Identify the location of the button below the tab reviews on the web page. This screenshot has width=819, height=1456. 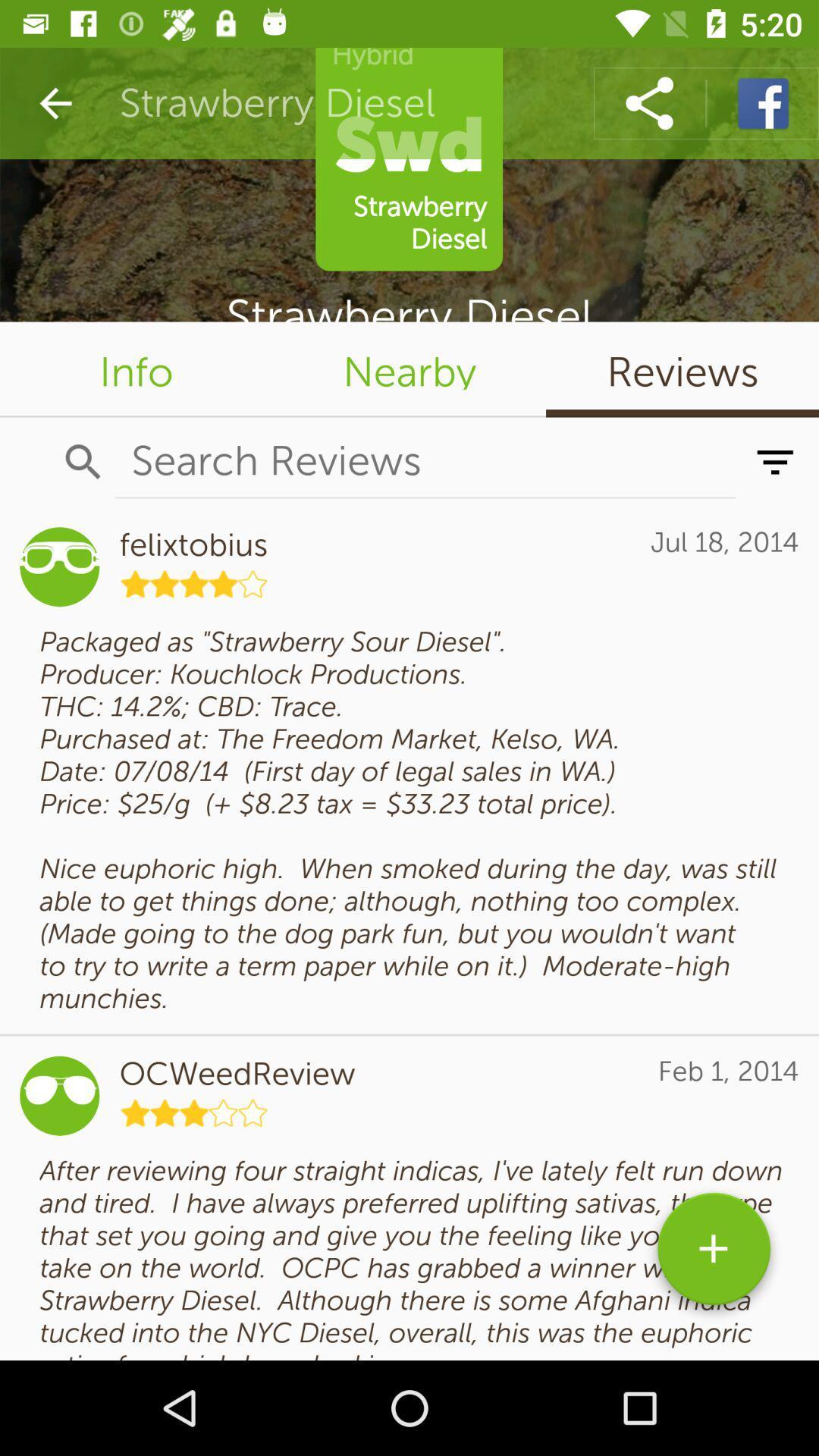
(775, 461).